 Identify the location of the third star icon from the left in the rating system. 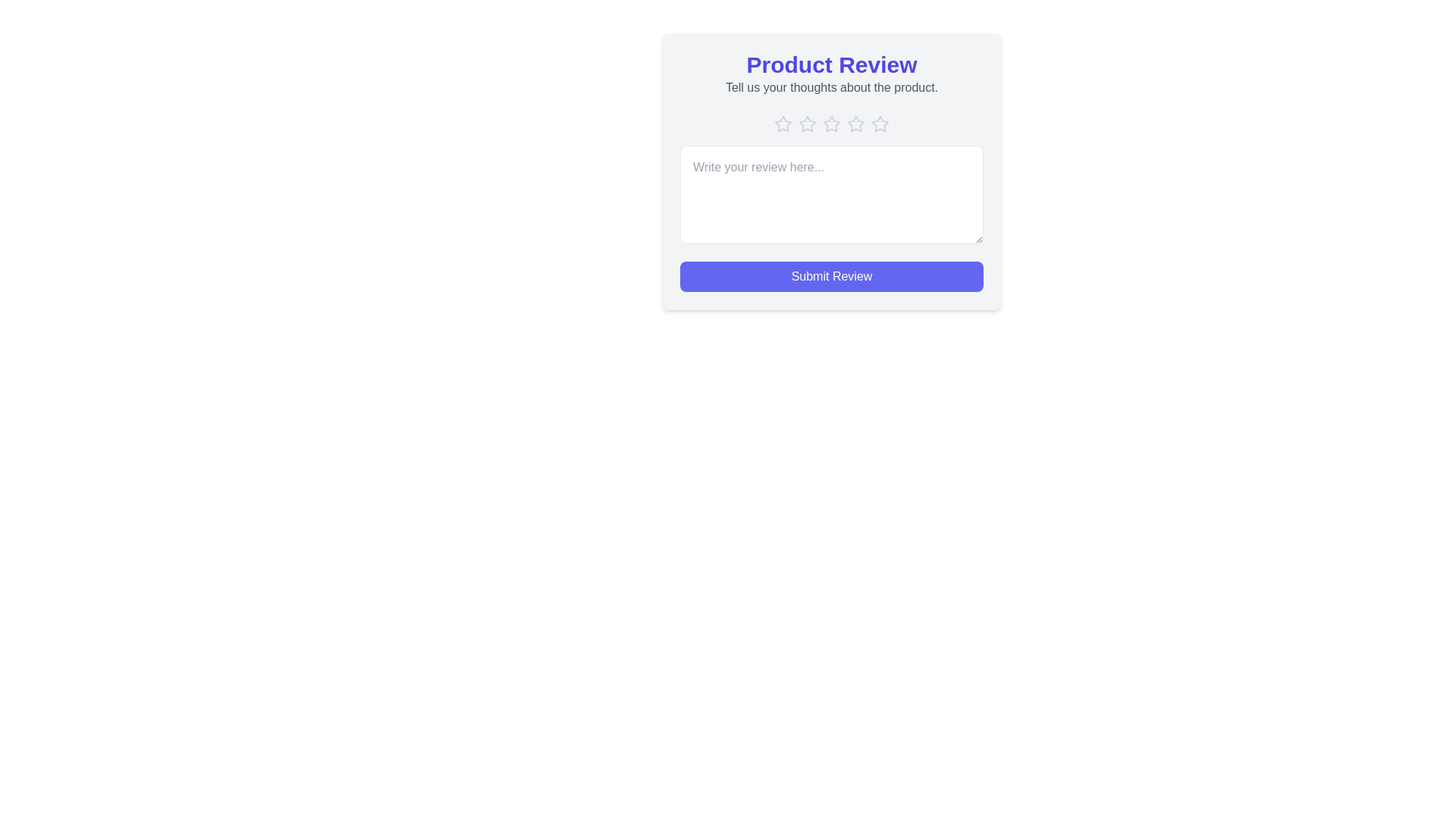
(855, 124).